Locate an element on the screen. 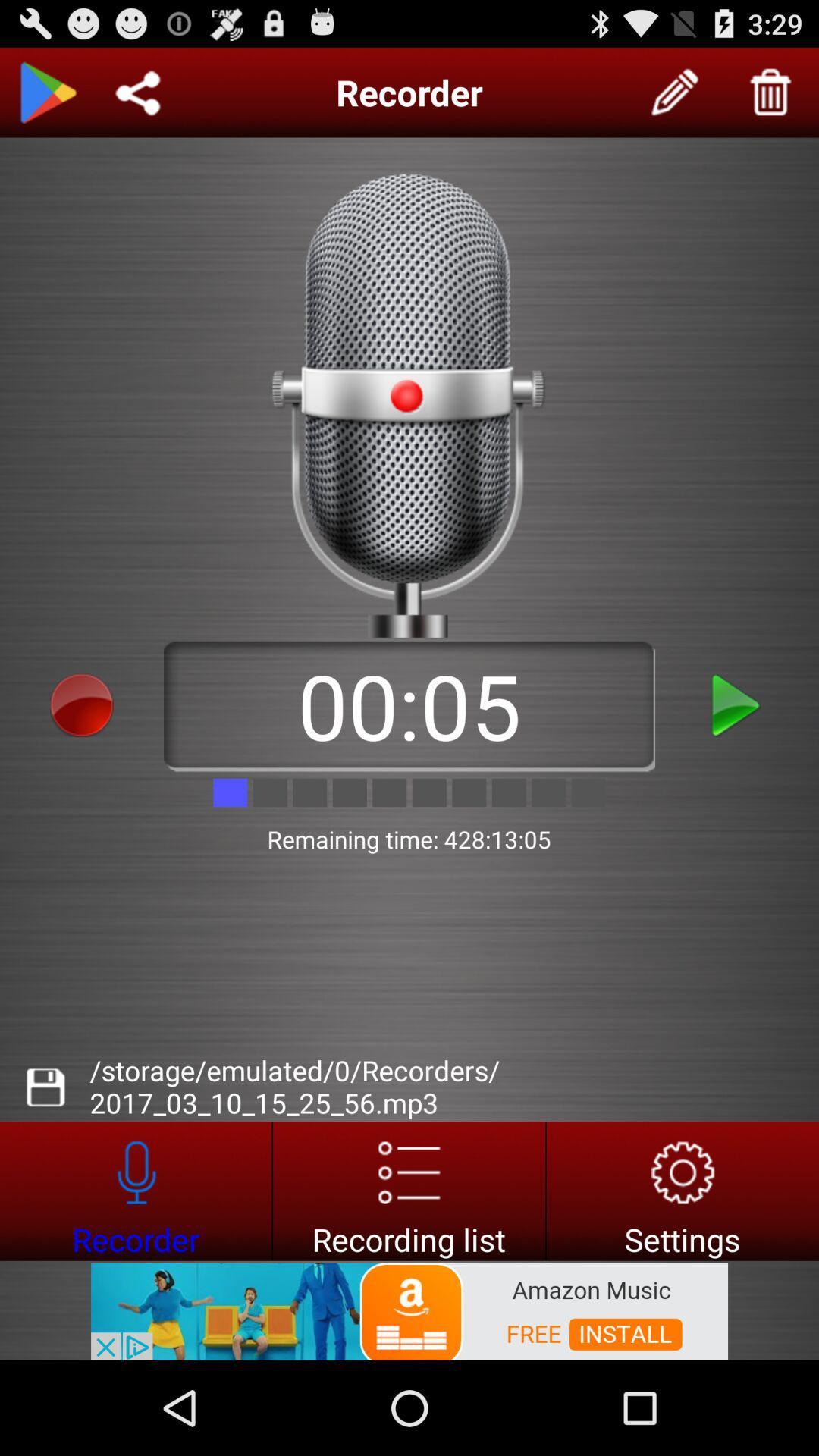 This screenshot has width=819, height=1456. share recording is located at coordinates (137, 92).